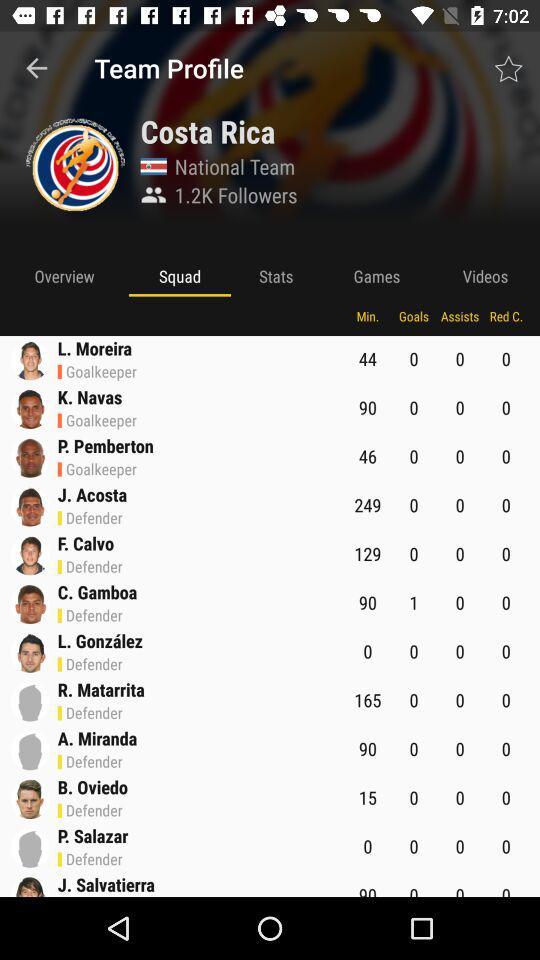 The width and height of the screenshot is (540, 960). What do you see at coordinates (179, 275) in the screenshot?
I see `app next to the stats item` at bounding box center [179, 275].